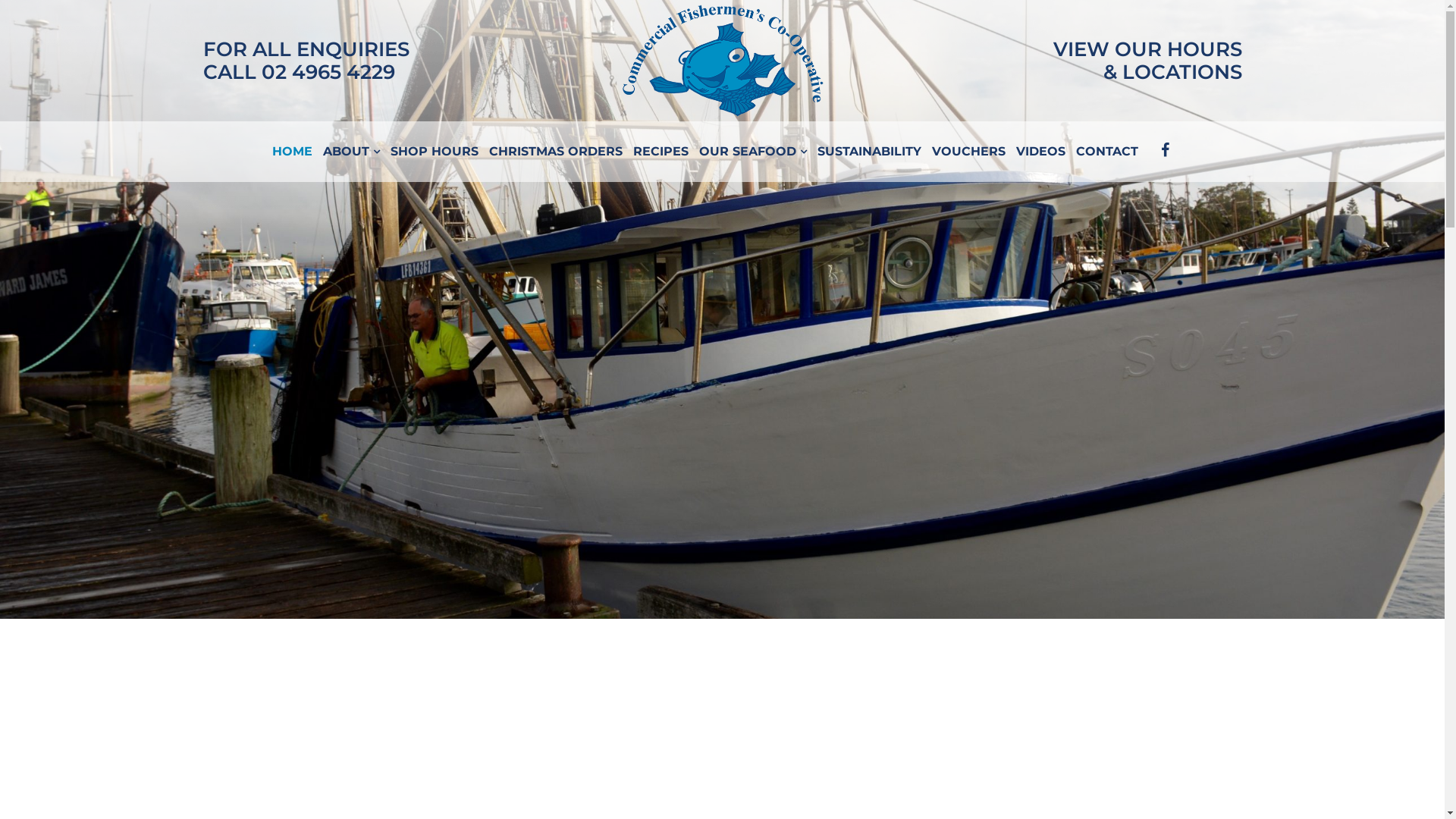  Describe the element at coordinates (292, 152) in the screenshot. I see `'HOME'` at that location.